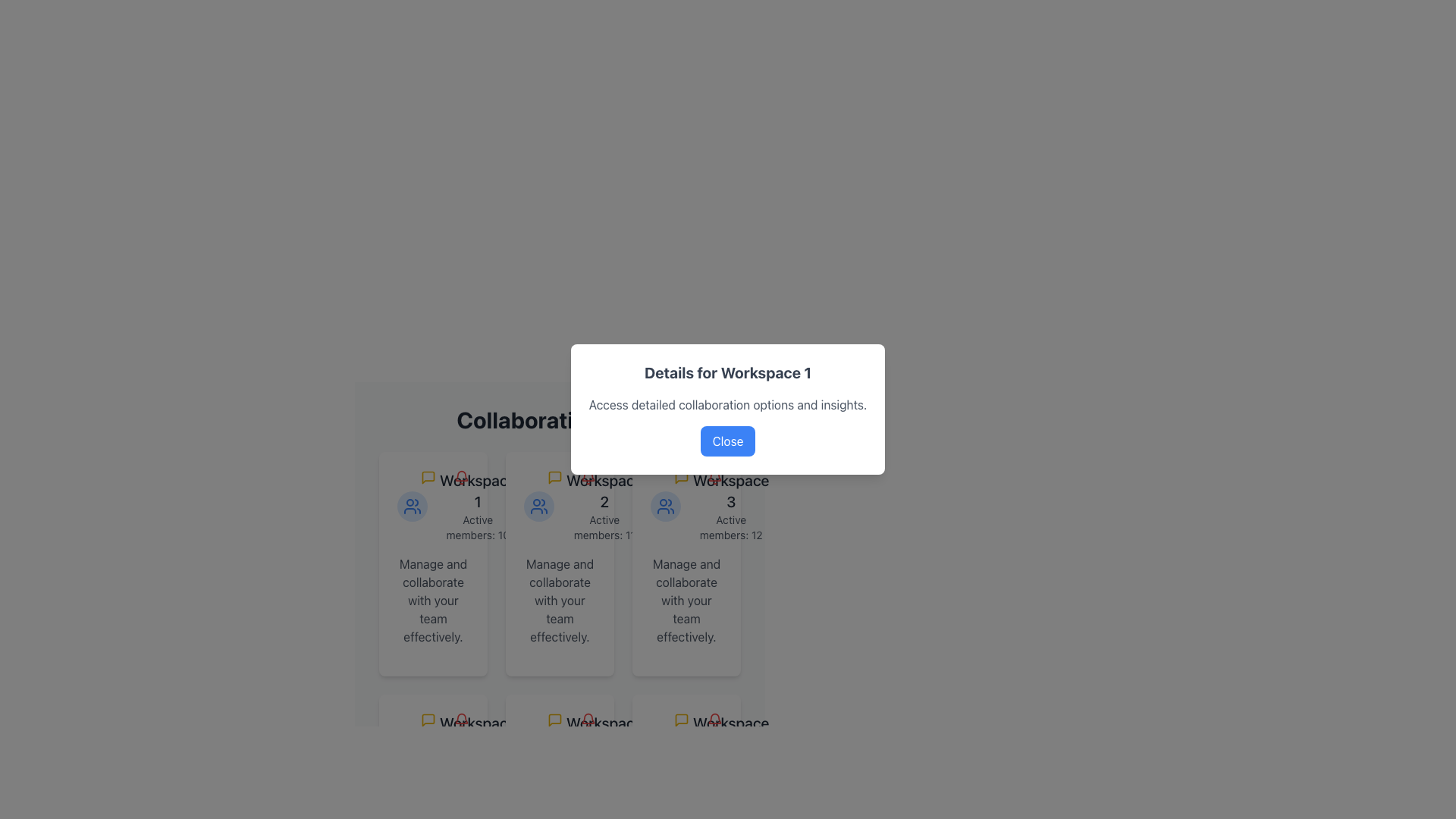  Describe the element at coordinates (686, 564) in the screenshot. I see `the third card in the grid that displays information about a specific workspace` at that location.